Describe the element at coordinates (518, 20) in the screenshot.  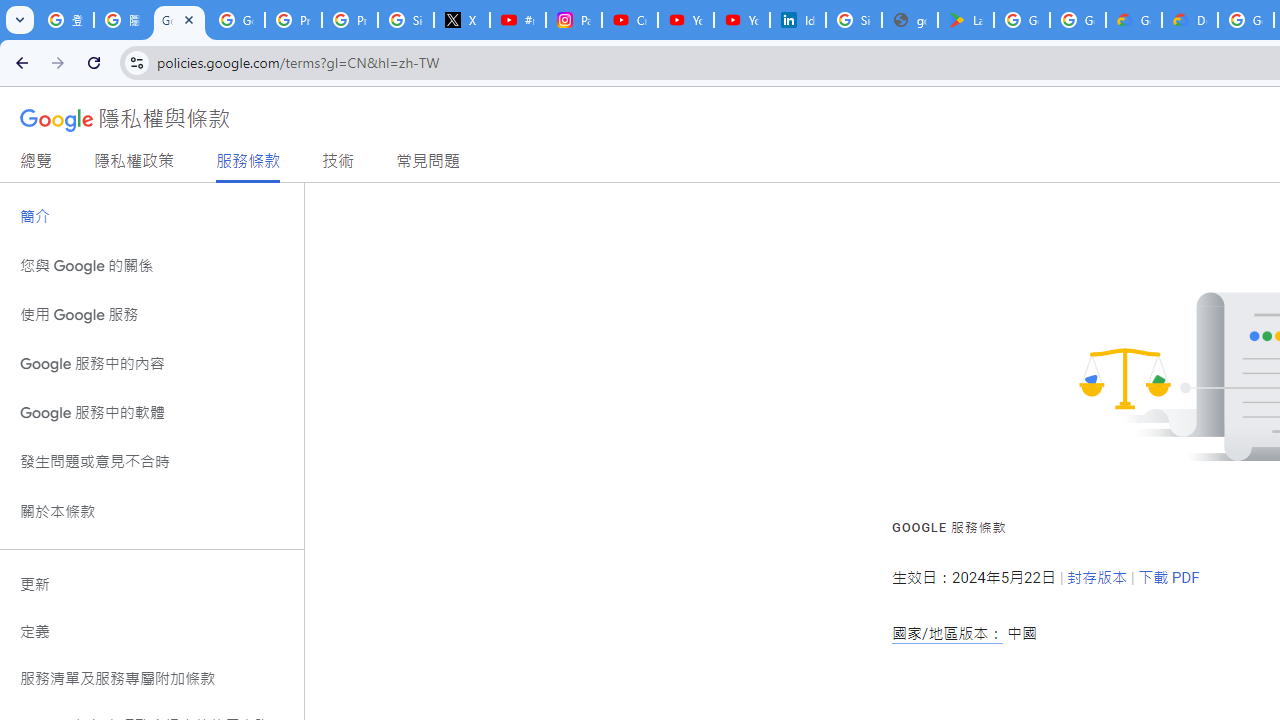
I see `'#nbabasketballhighlights - YouTube'` at that location.